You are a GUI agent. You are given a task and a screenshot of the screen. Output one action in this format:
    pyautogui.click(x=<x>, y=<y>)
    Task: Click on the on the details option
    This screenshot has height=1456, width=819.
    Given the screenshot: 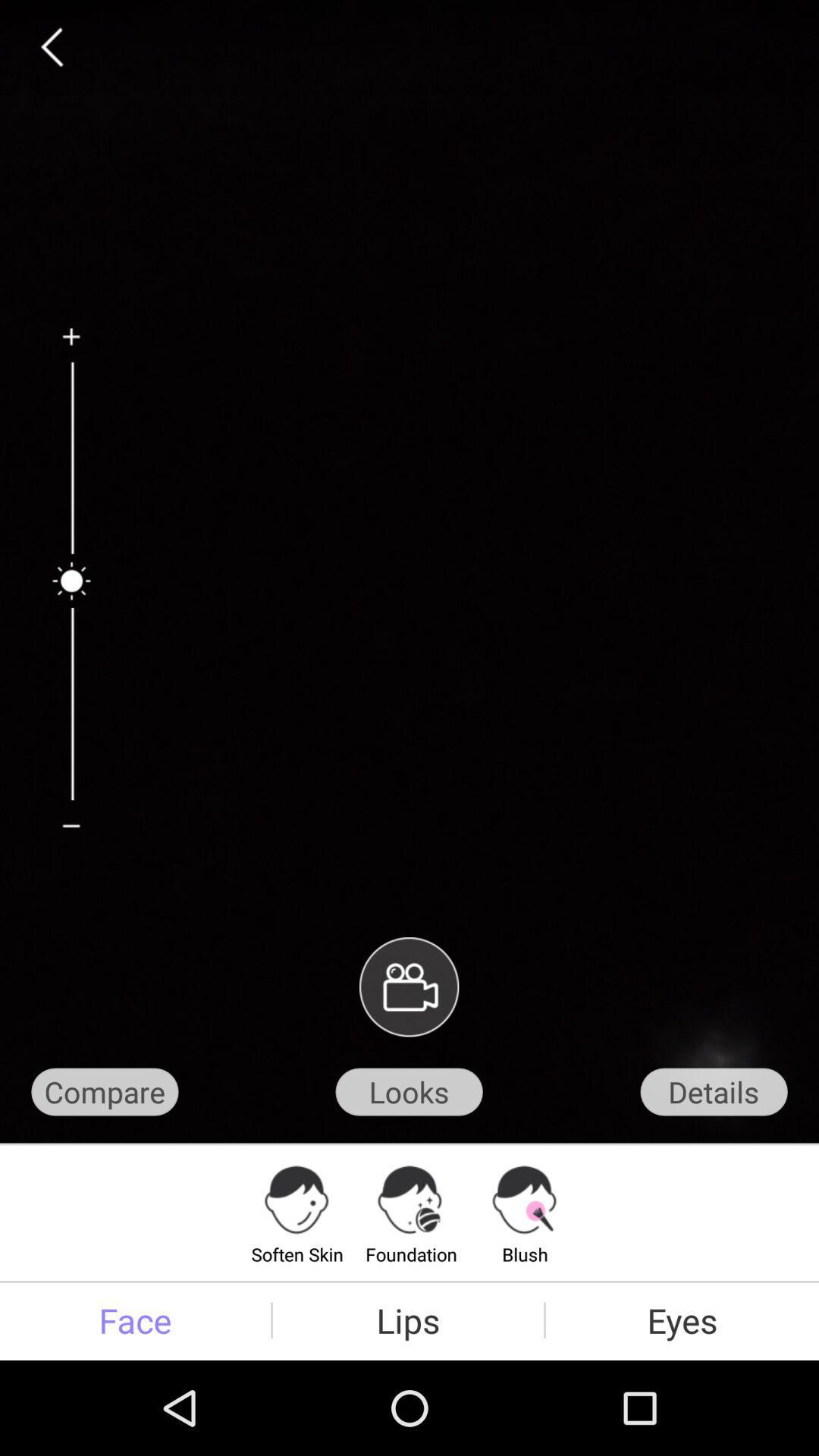 What is the action you would take?
    pyautogui.click(x=714, y=1092)
    